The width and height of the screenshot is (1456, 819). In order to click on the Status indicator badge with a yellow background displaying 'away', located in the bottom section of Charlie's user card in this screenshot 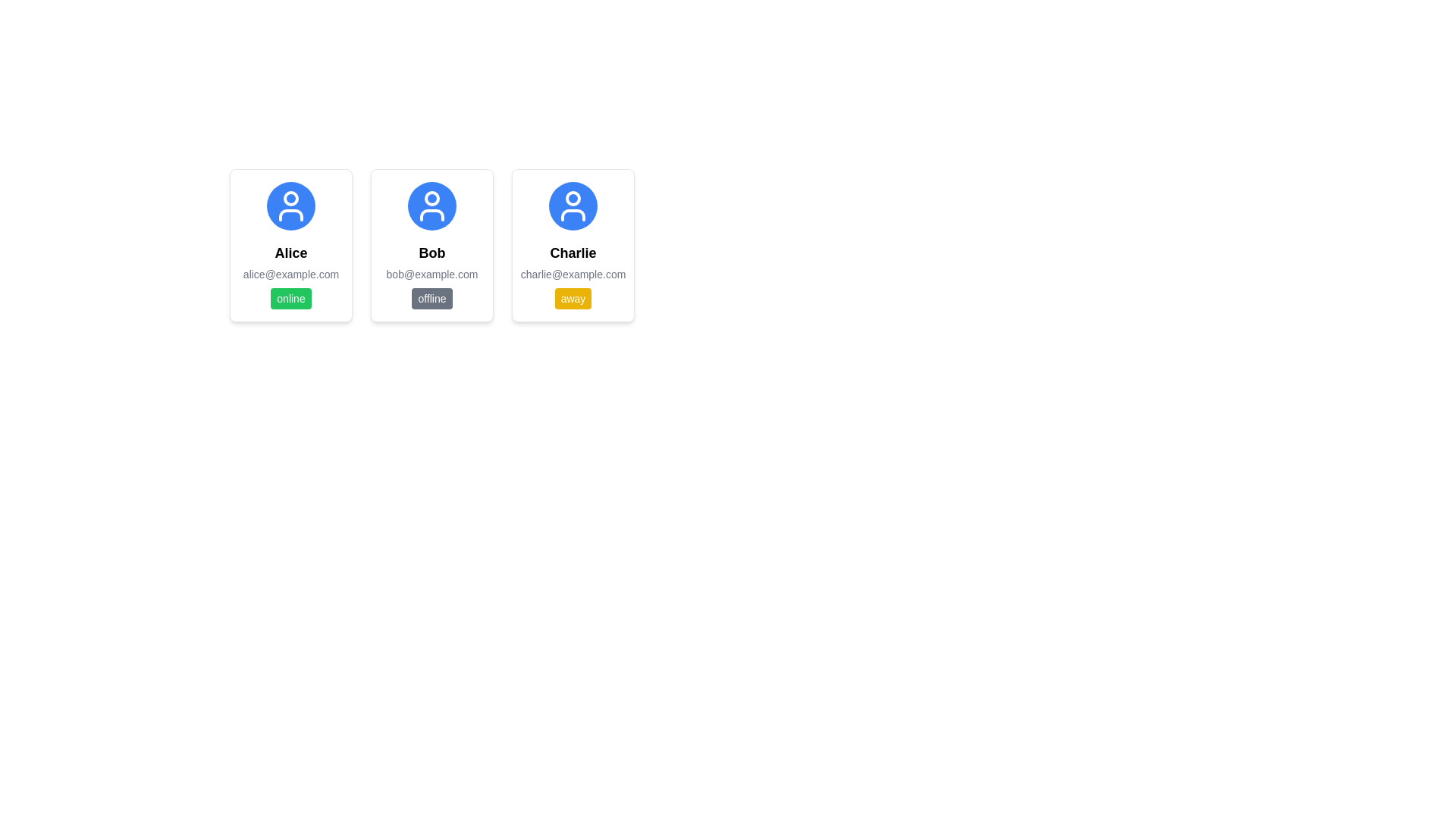, I will do `click(572, 298)`.